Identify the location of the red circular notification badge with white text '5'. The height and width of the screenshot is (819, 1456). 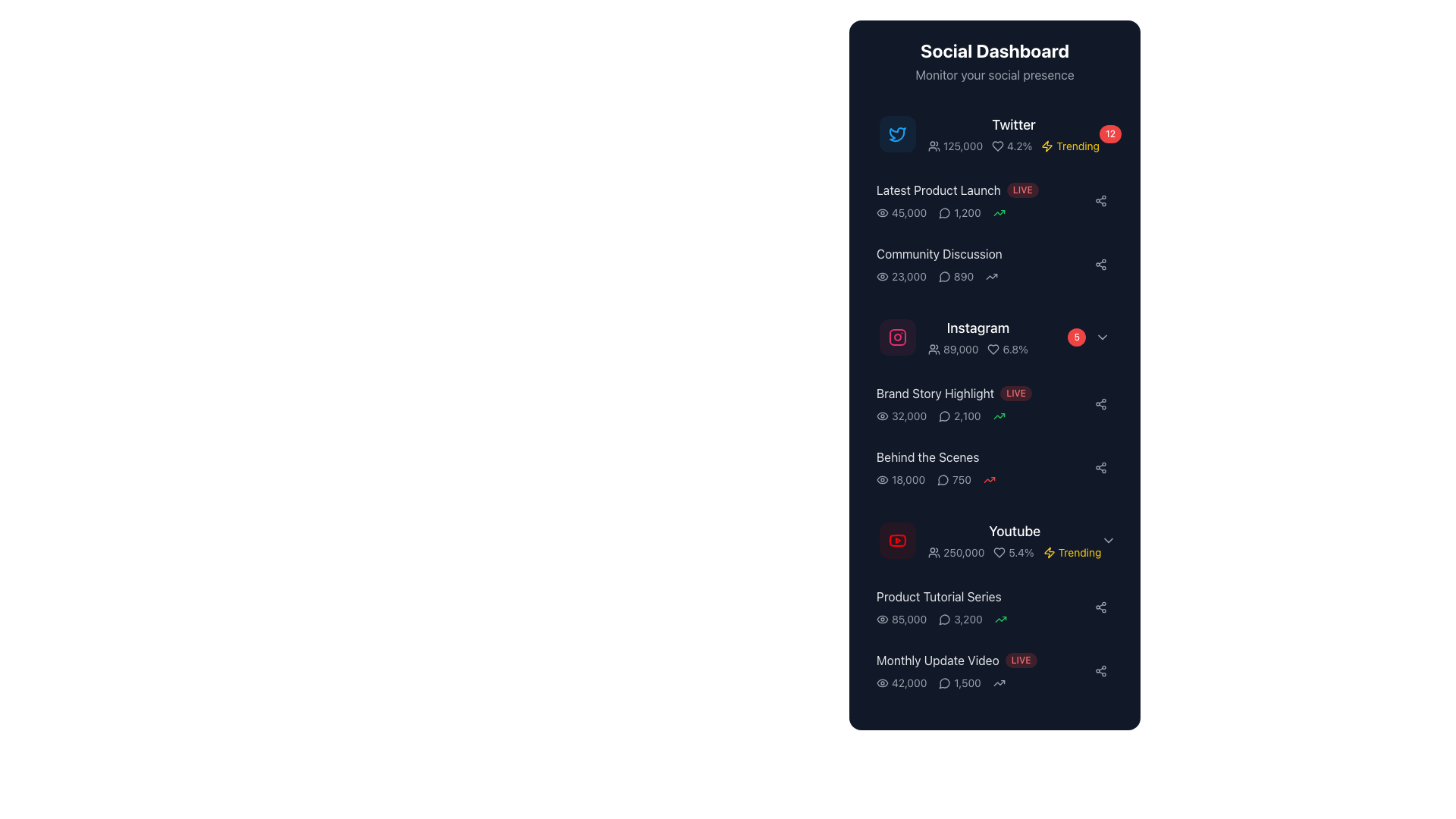
(1088, 336).